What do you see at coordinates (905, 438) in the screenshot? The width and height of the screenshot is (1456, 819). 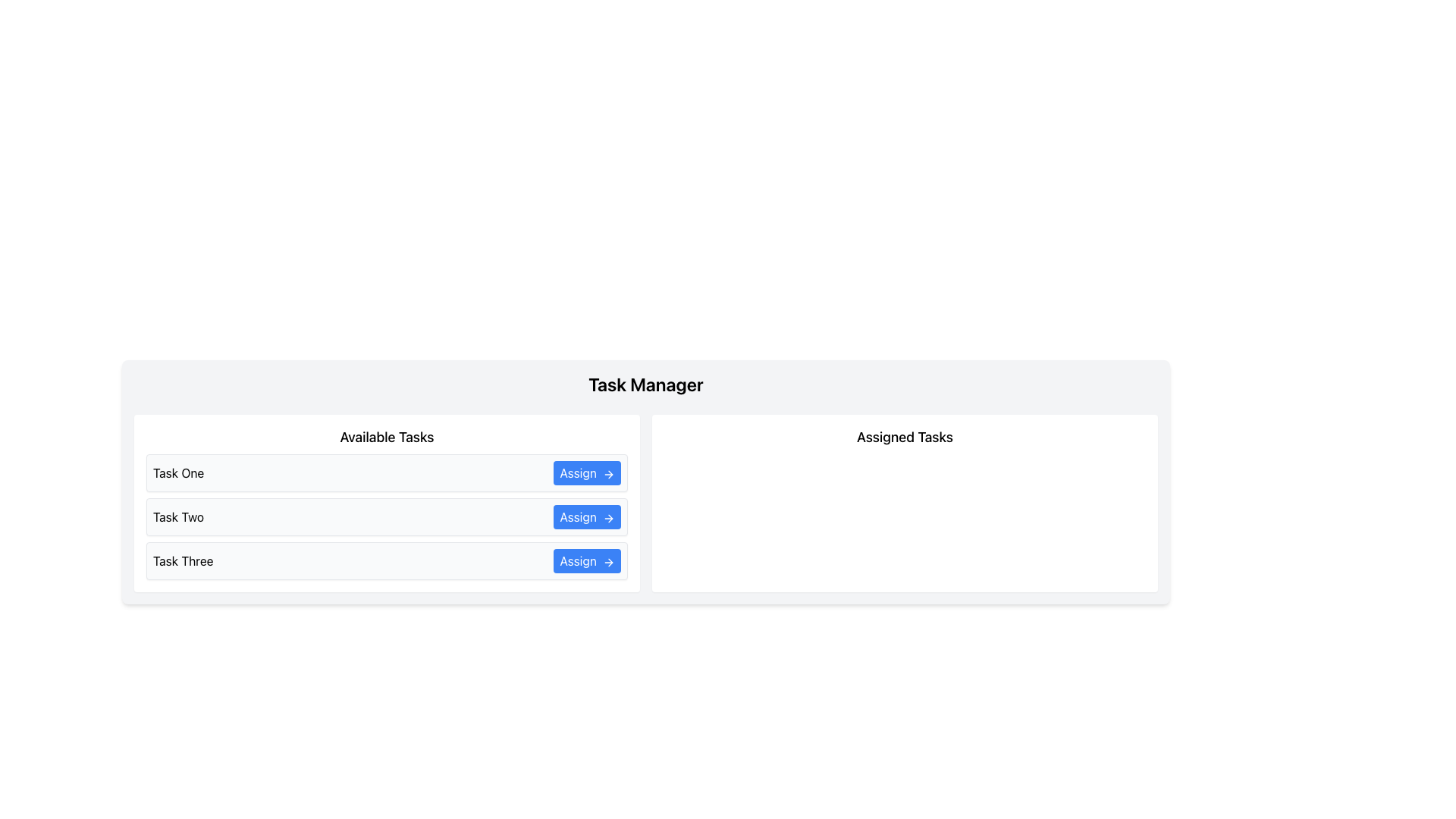 I see `text from the header label indicating 'Assigned Tasks', which is positioned at the top of the right-hand pane of the interface` at bounding box center [905, 438].